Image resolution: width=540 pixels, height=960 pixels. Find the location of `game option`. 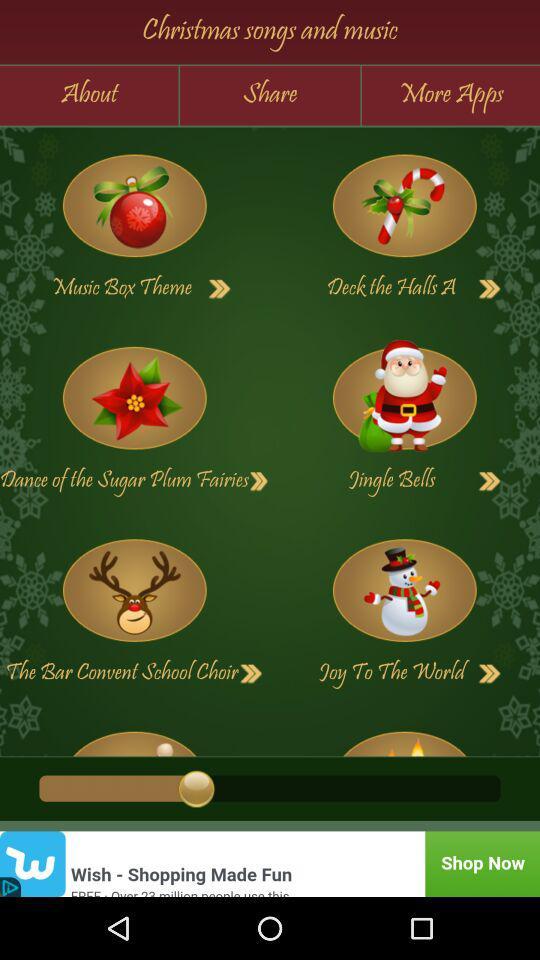

game option is located at coordinates (134, 206).